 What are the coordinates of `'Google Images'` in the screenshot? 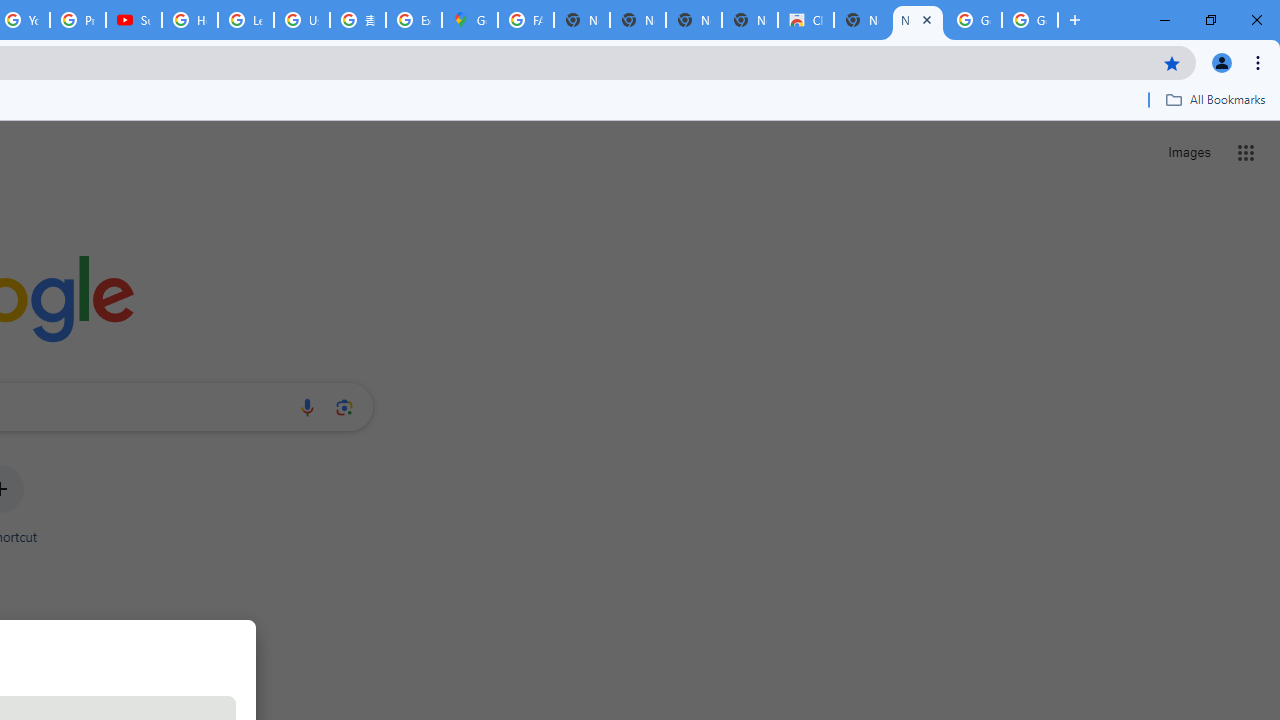 It's located at (1030, 20).